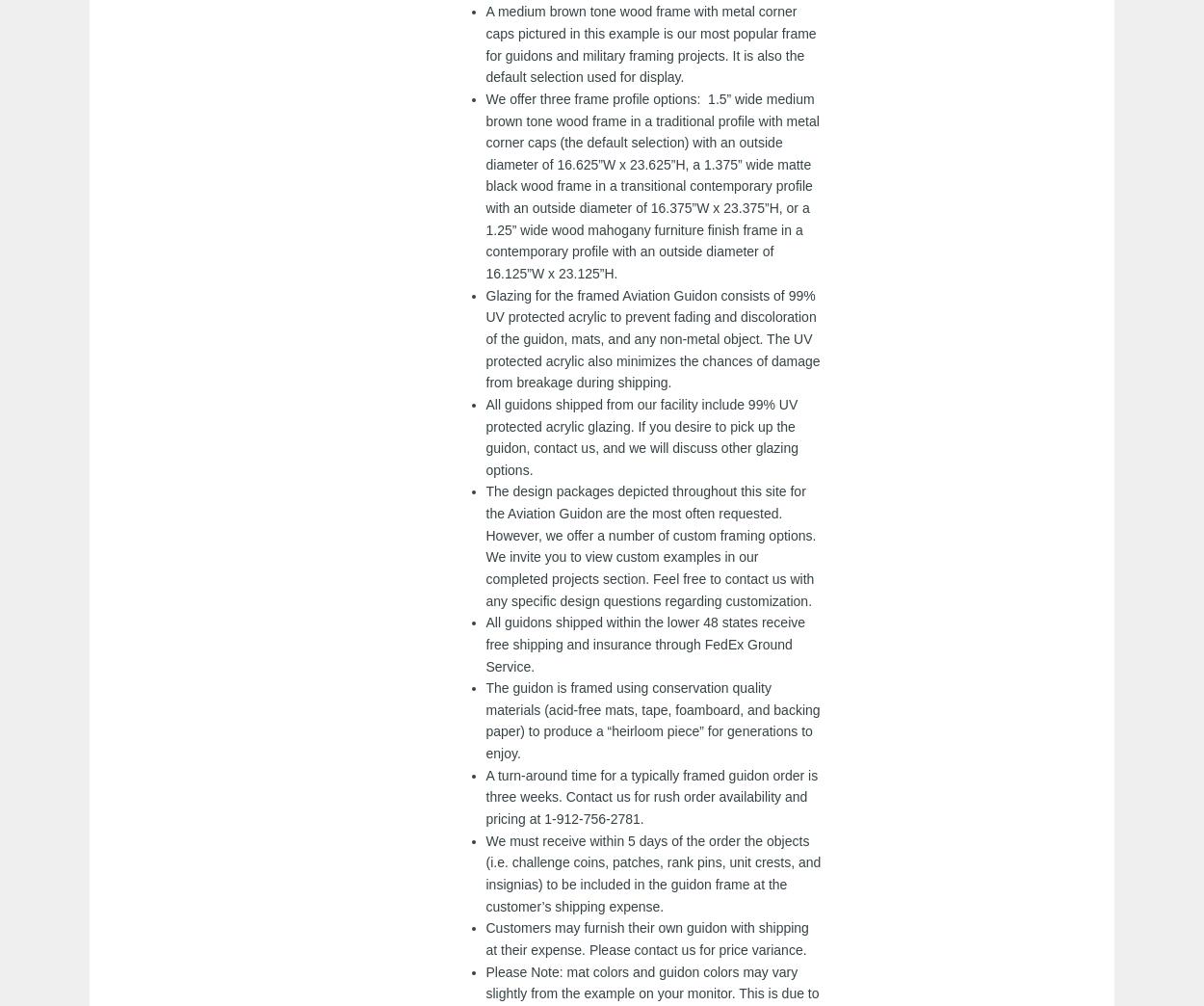  What do you see at coordinates (650, 43) in the screenshot?
I see `'A medium brown tone wood frame with metal corner caps pictured in this example is our most popular frame for guidons and military framing projects. It is also the default selection used for display.'` at bounding box center [650, 43].